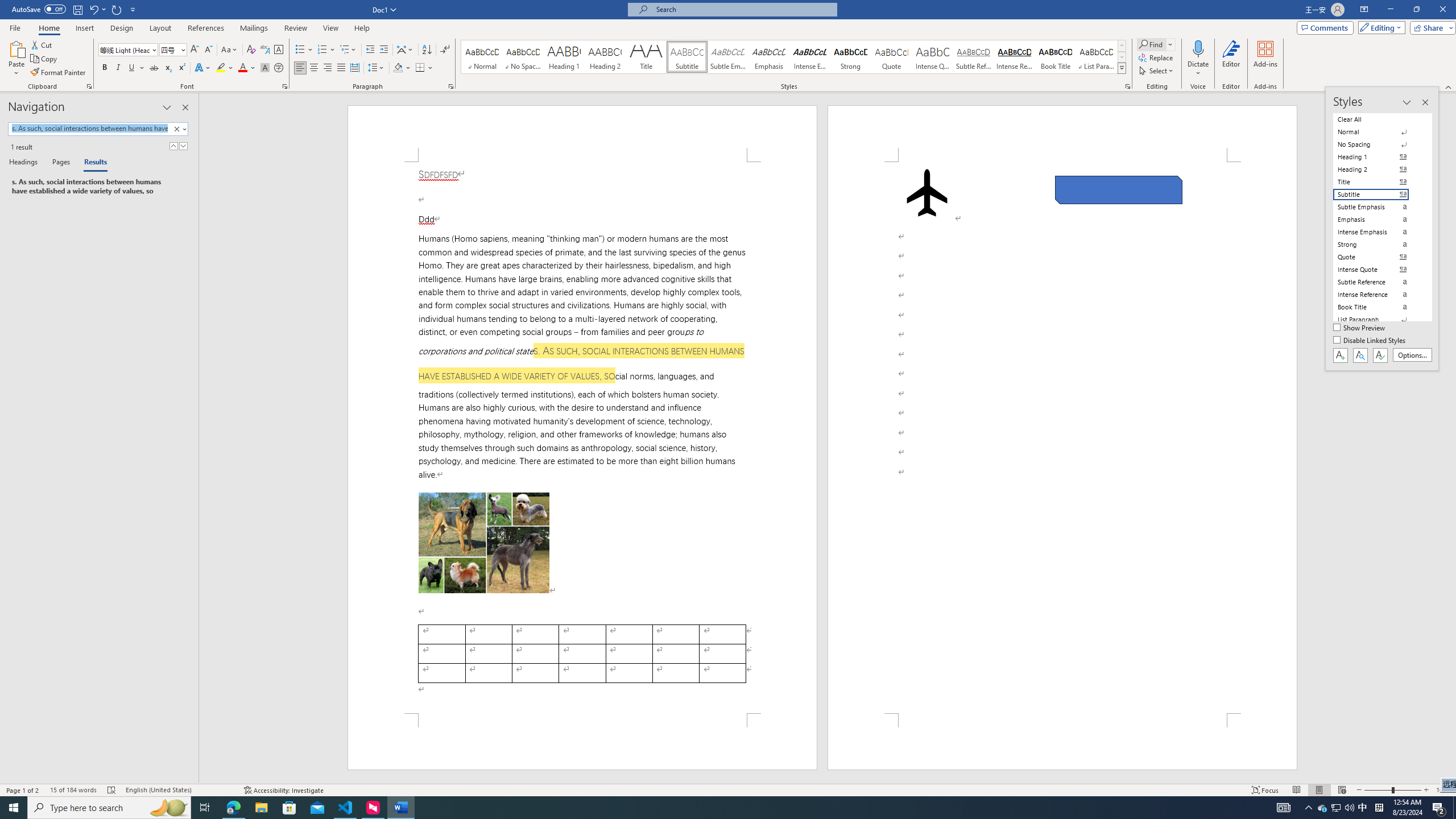 This screenshot has height=819, width=1456. What do you see at coordinates (926, 192) in the screenshot?
I see `'Airplane with solid fill'` at bounding box center [926, 192].